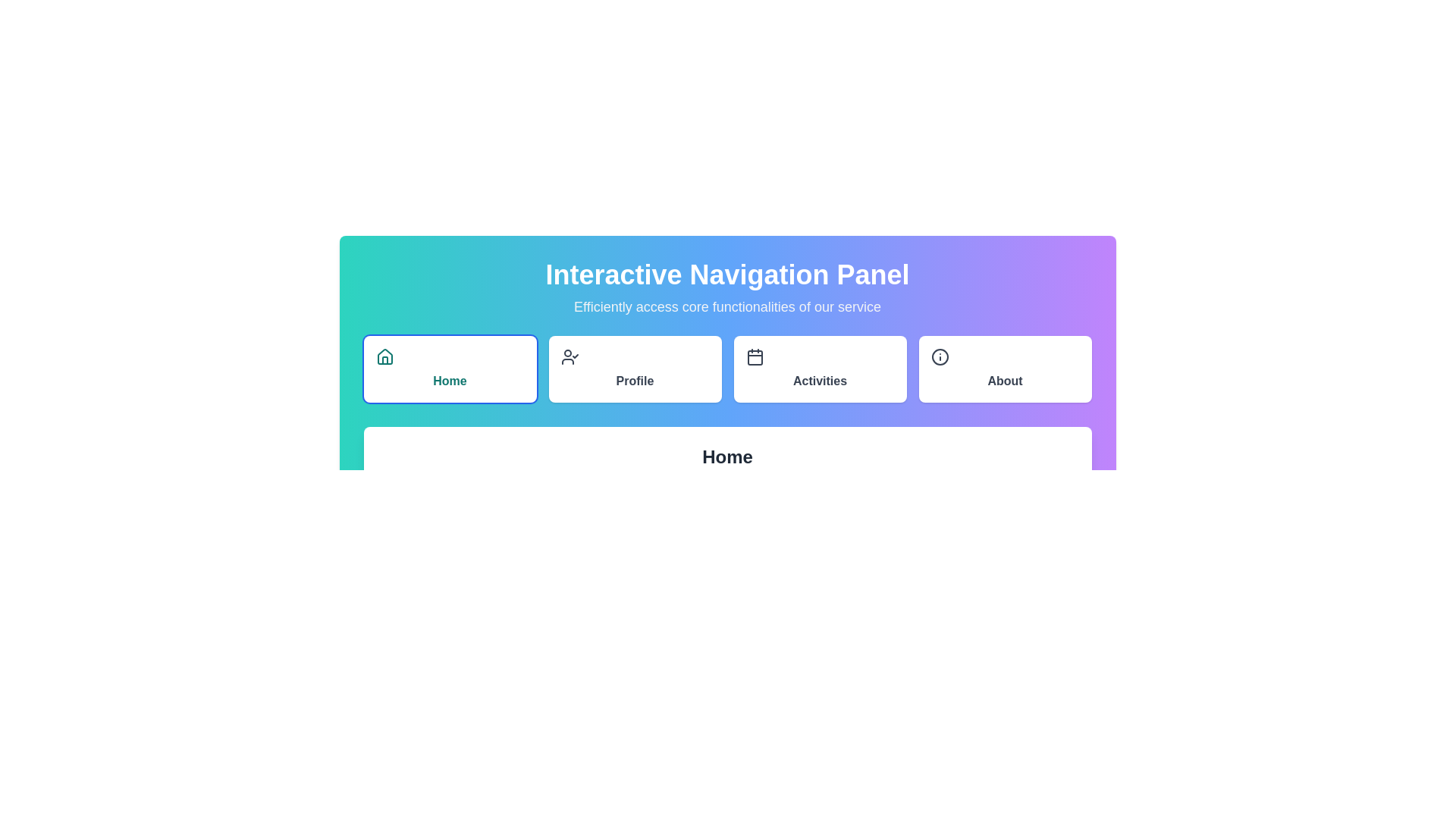 The height and width of the screenshot is (819, 1456). Describe the element at coordinates (726, 456) in the screenshot. I see `the heading text element labeled 'Home', which is centrally aligned and positioned above the 'Welcome to your personalized dashboard.' text` at that location.